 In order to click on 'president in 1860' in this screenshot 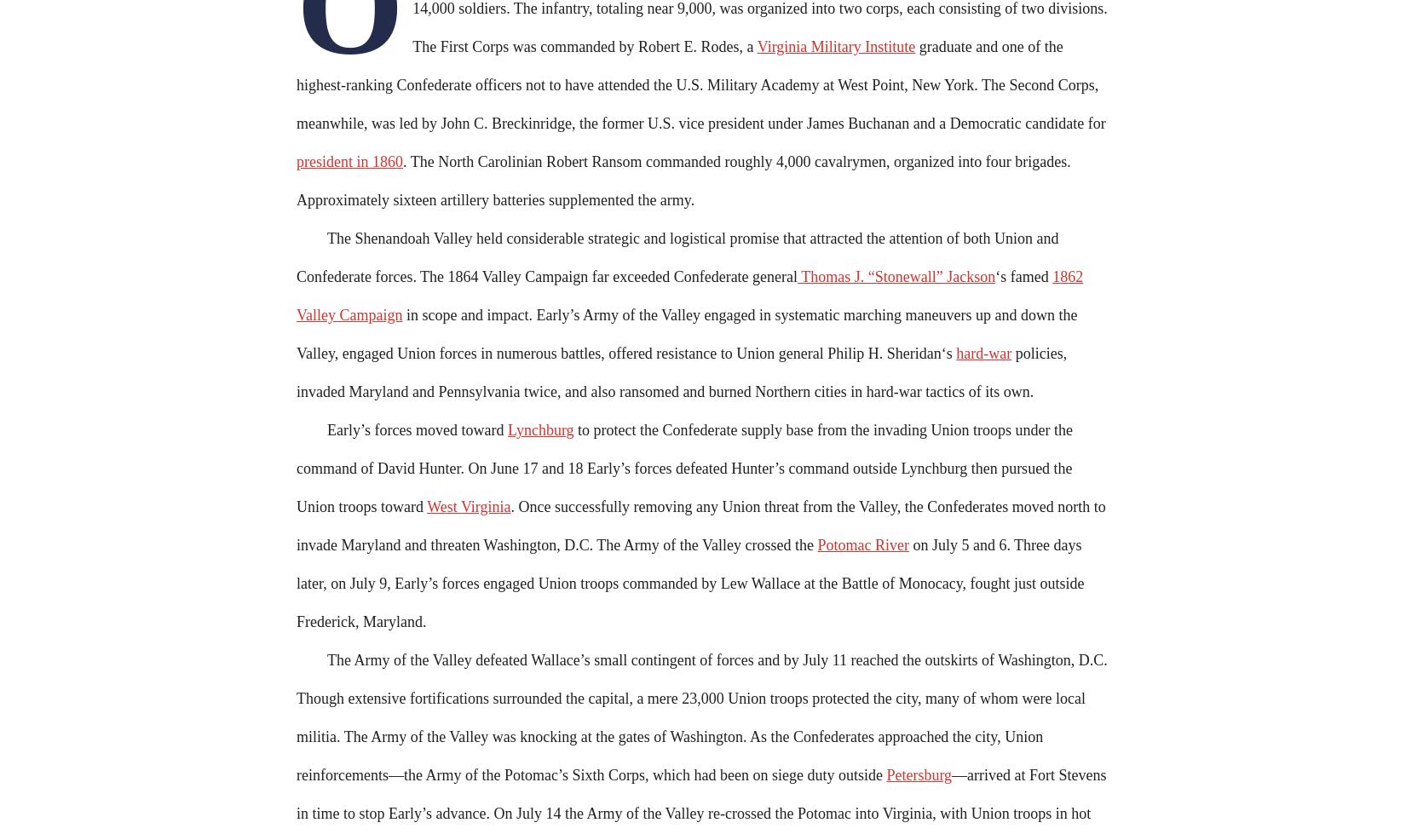, I will do `click(349, 161)`.